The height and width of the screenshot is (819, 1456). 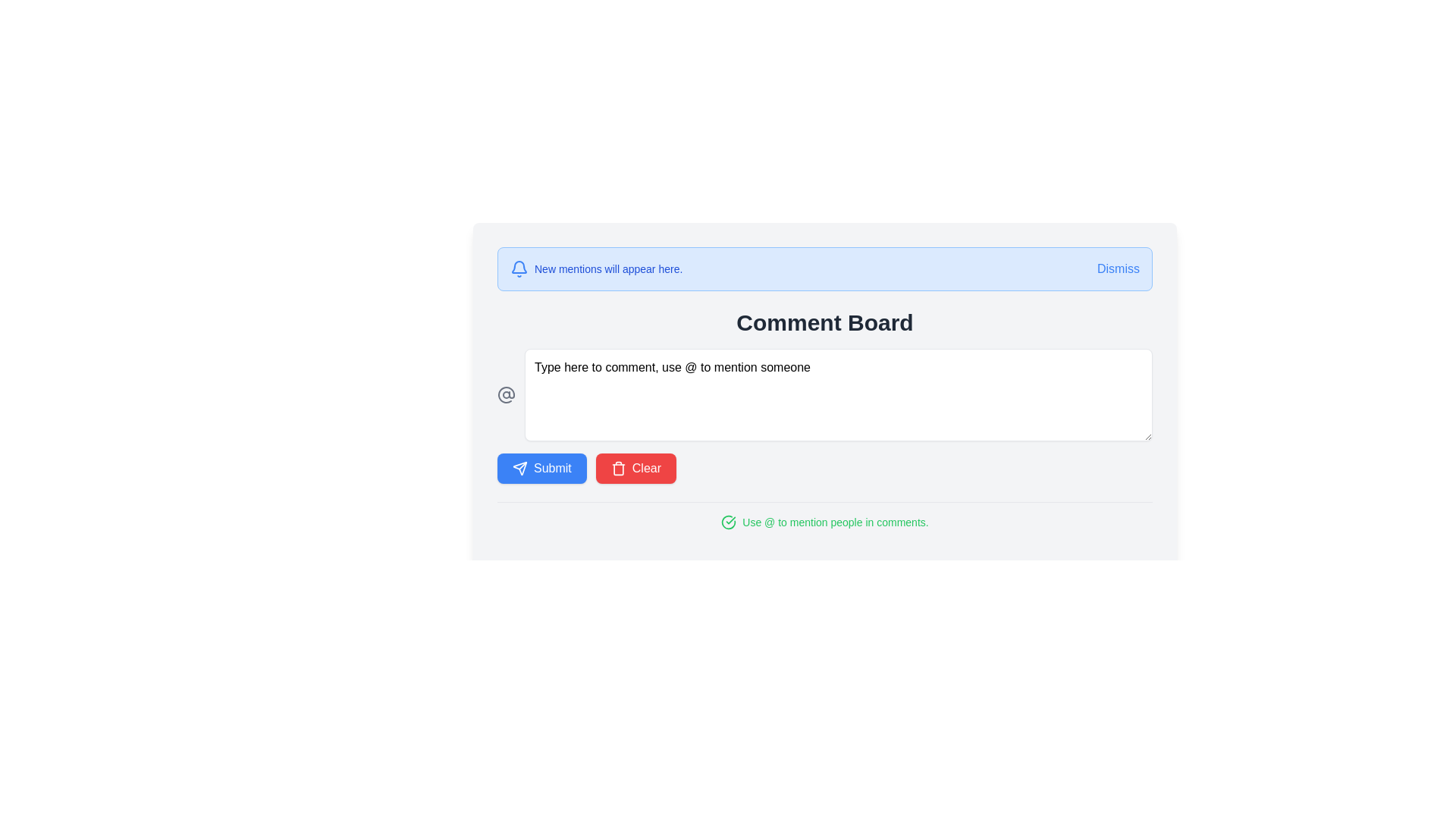 What do you see at coordinates (506, 394) in the screenshot?
I see `the mention icon located in the mid-left section of the comment input box area` at bounding box center [506, 394].